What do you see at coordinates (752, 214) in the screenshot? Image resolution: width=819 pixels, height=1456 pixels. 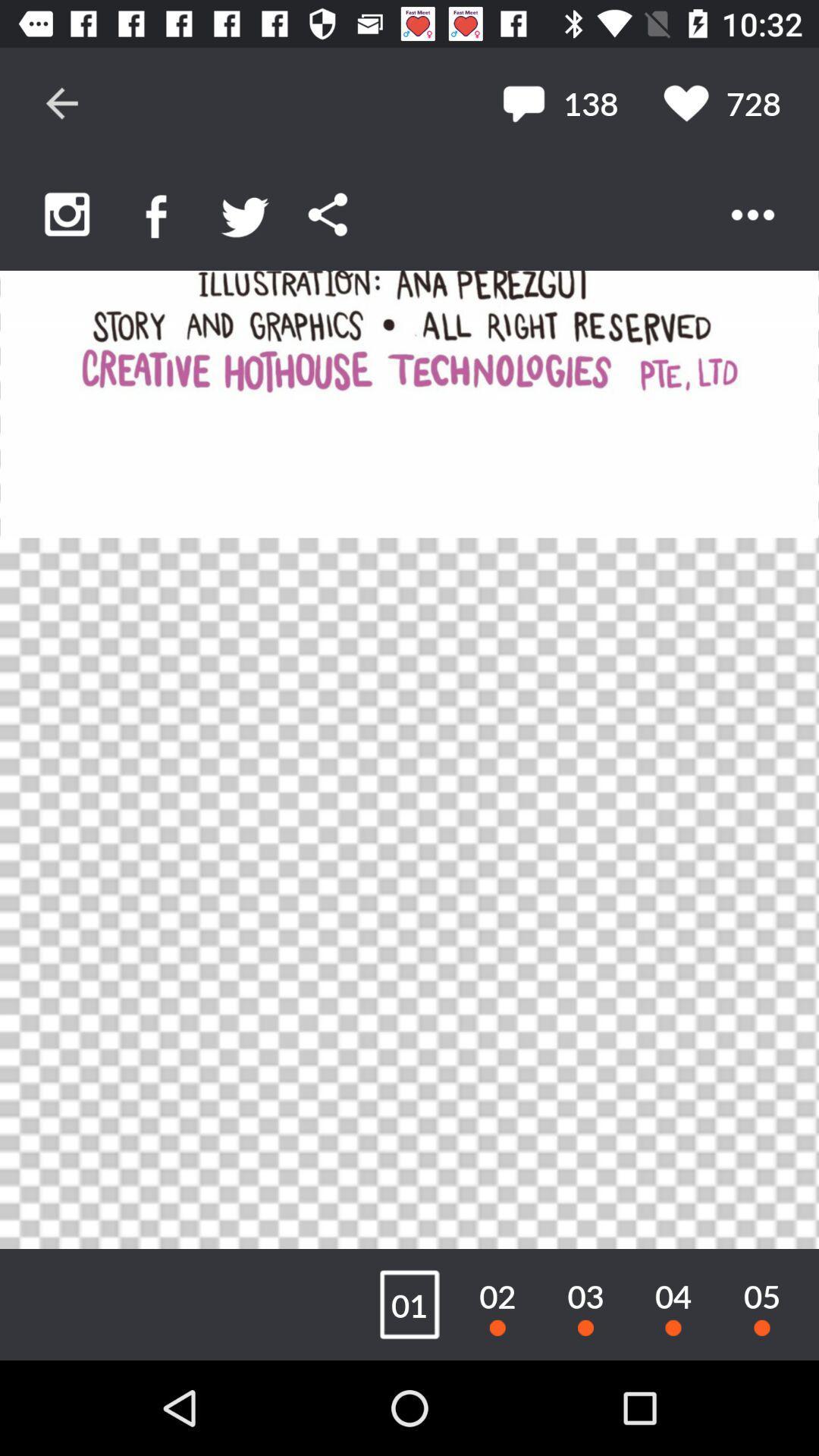 I see `the item below the 728  item` at bounding box center [752, 214].